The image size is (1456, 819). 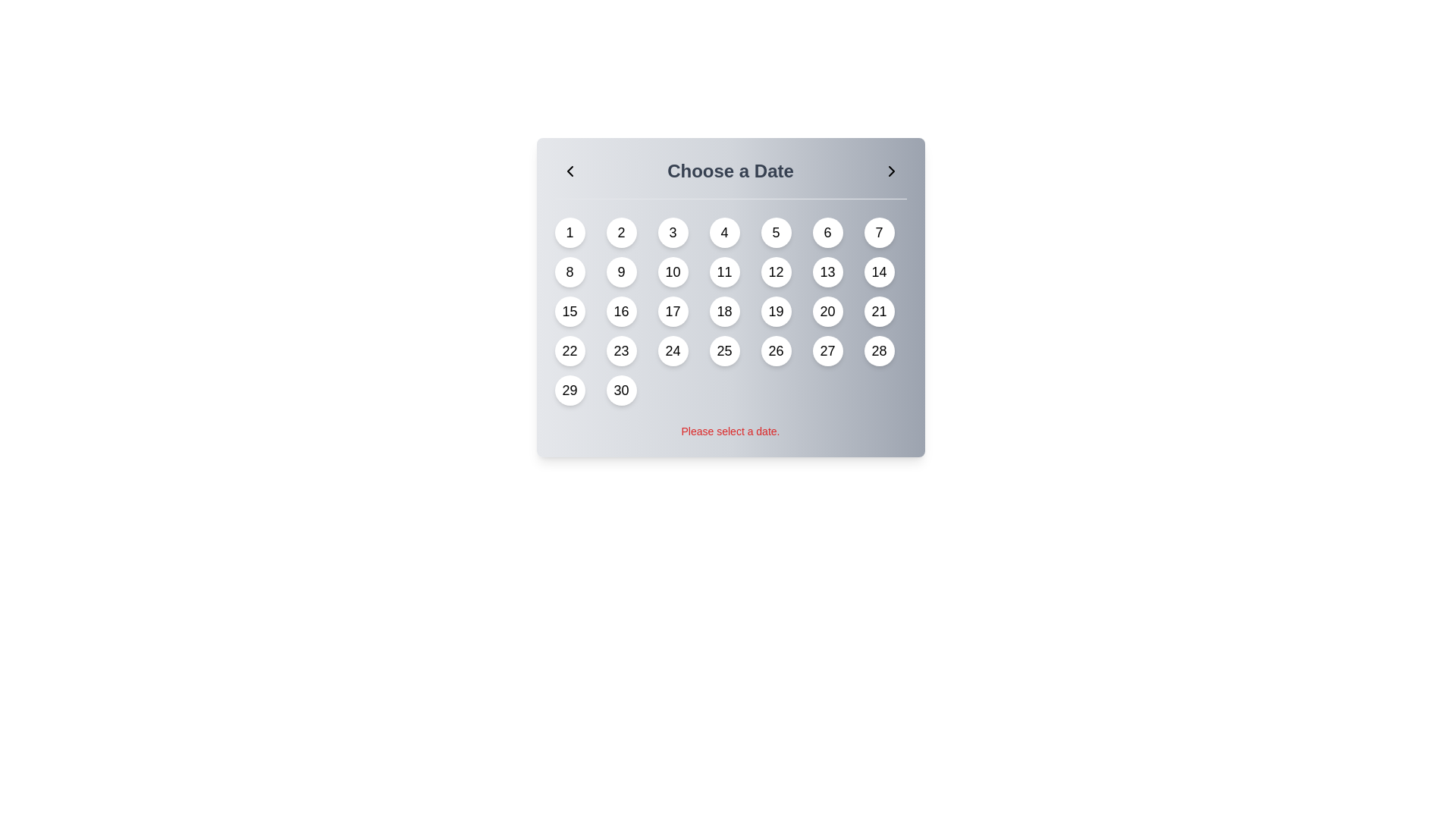 What do you see at coordinates (569, 390) in the screenshot?
I see `on the circular button displaying the number '29' in black bold font, which has a white background and is located in the last row, first column of the grid layout` at bounding box center [569, 390].